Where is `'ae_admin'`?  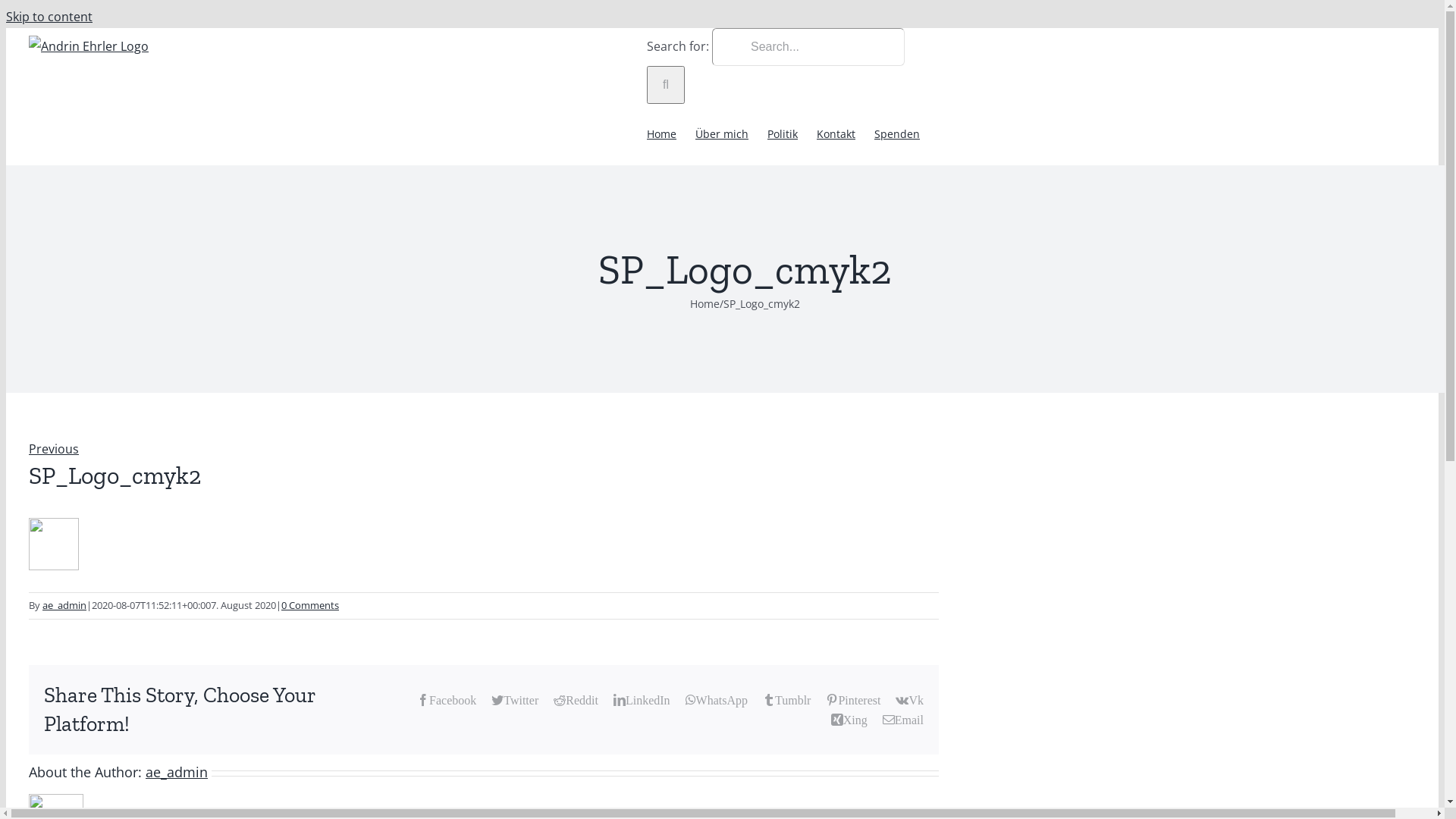
'ae_admin' is located at coordinates (64, 604).